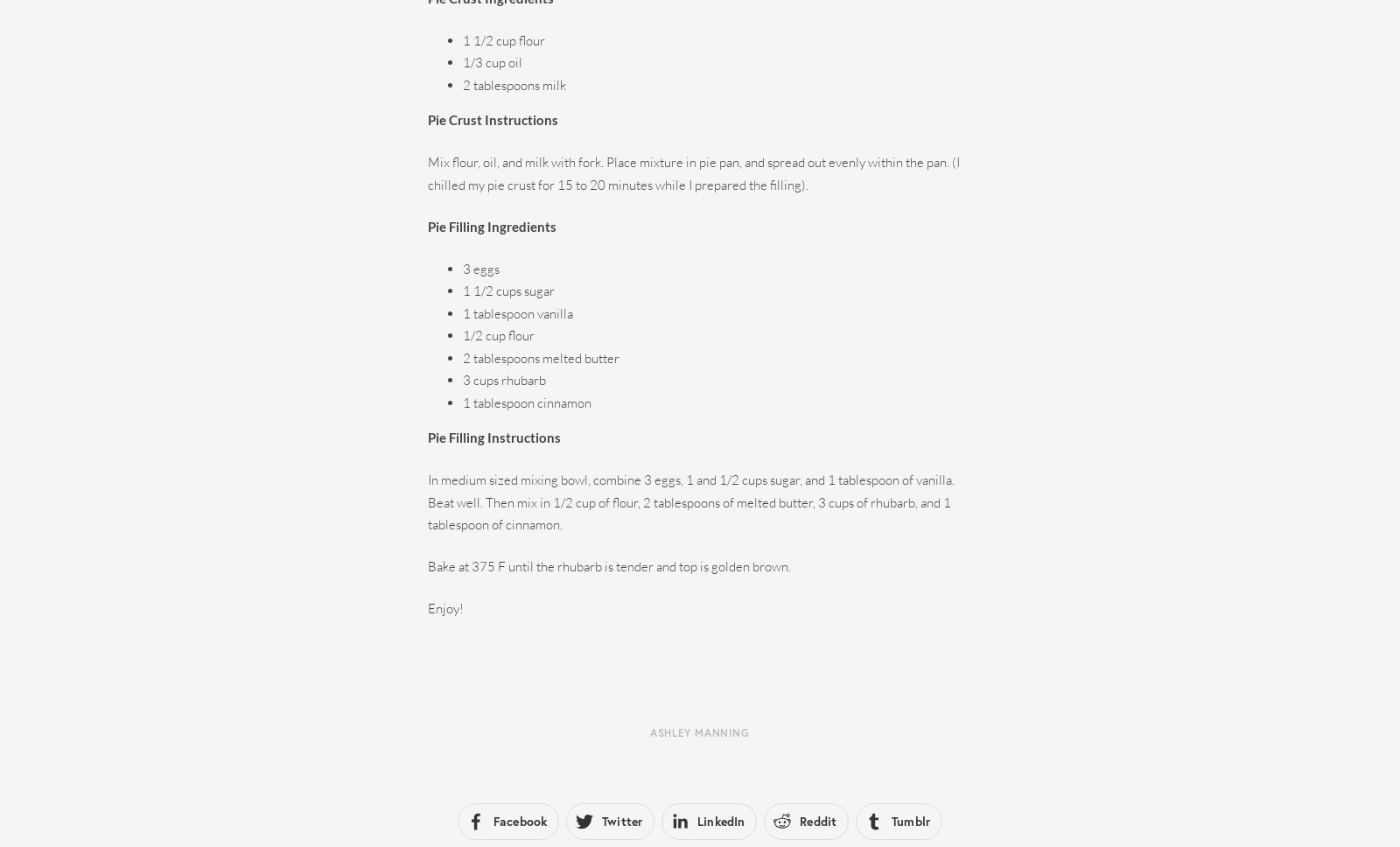 Image resolution: width=1400 pixels, height=847 pixels. Describe the element at coordinates (699, 731) in the screenshot. I see `'Ashley Manning'` at that location.